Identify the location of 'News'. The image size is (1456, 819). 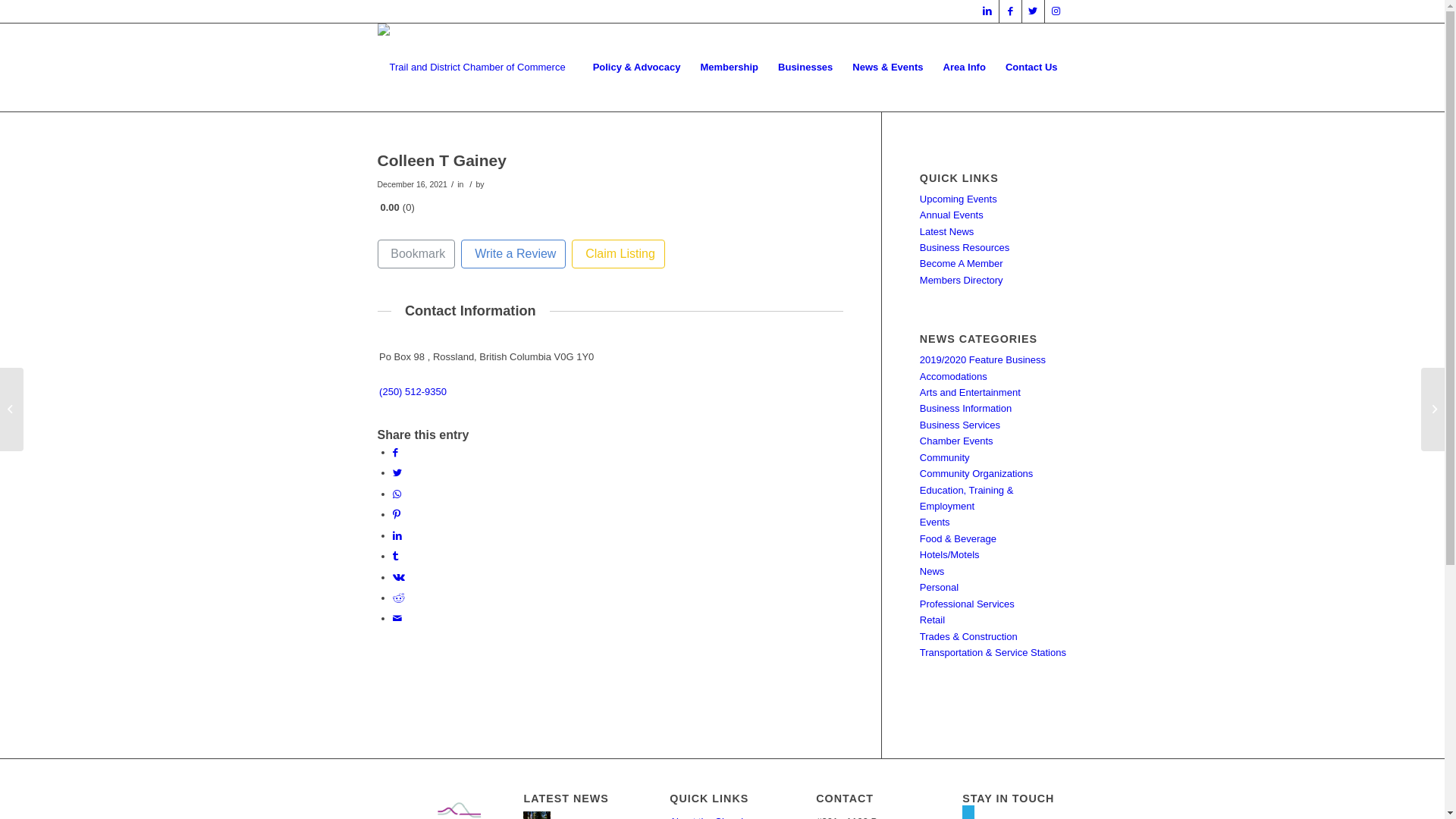
(931, 571).